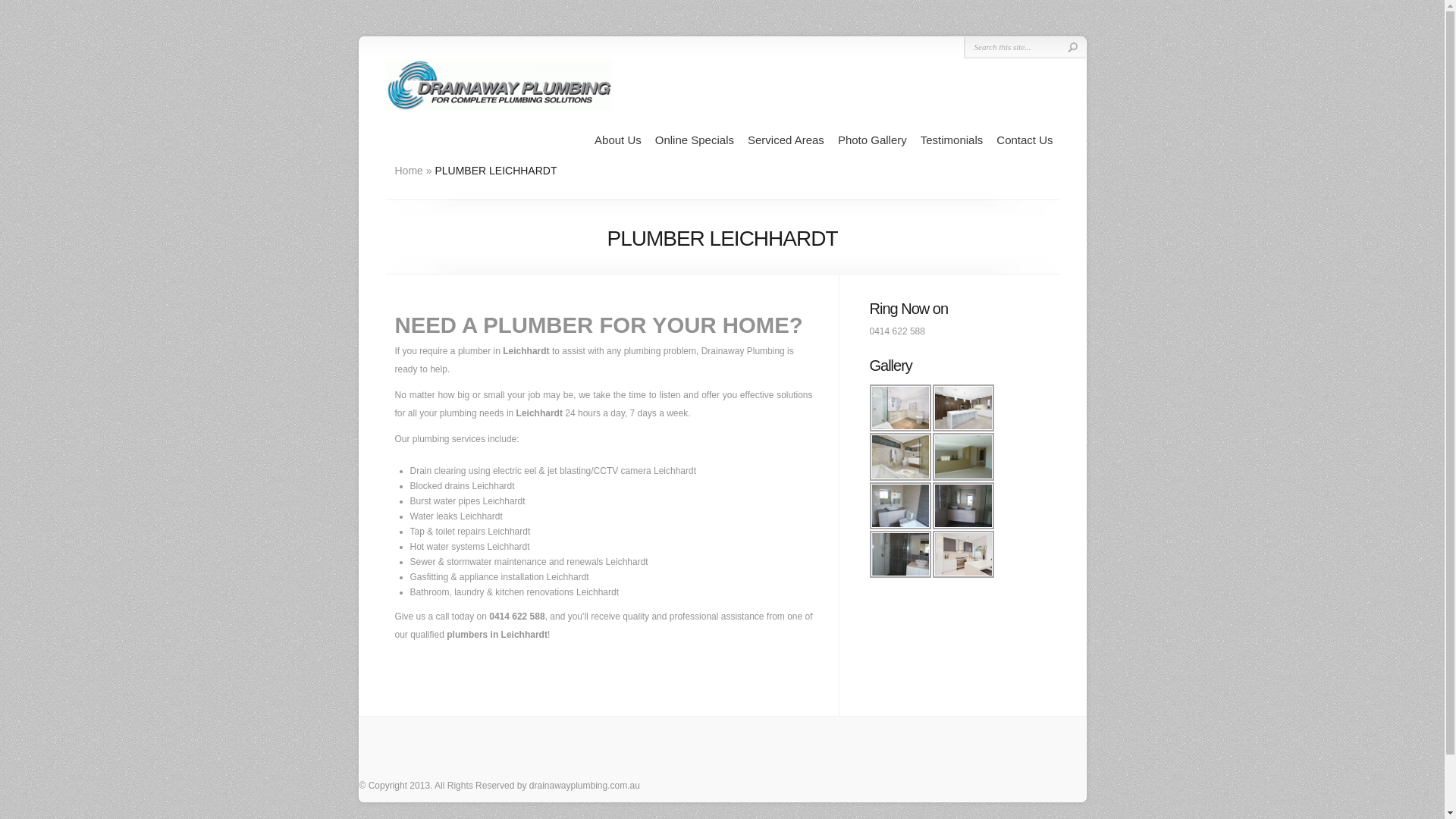 This screenshot has height=819, width=1456. What do you see at coordinates (962, 554) in the screenshot?
I see `'web_03'` at bounding box center [962, 554].